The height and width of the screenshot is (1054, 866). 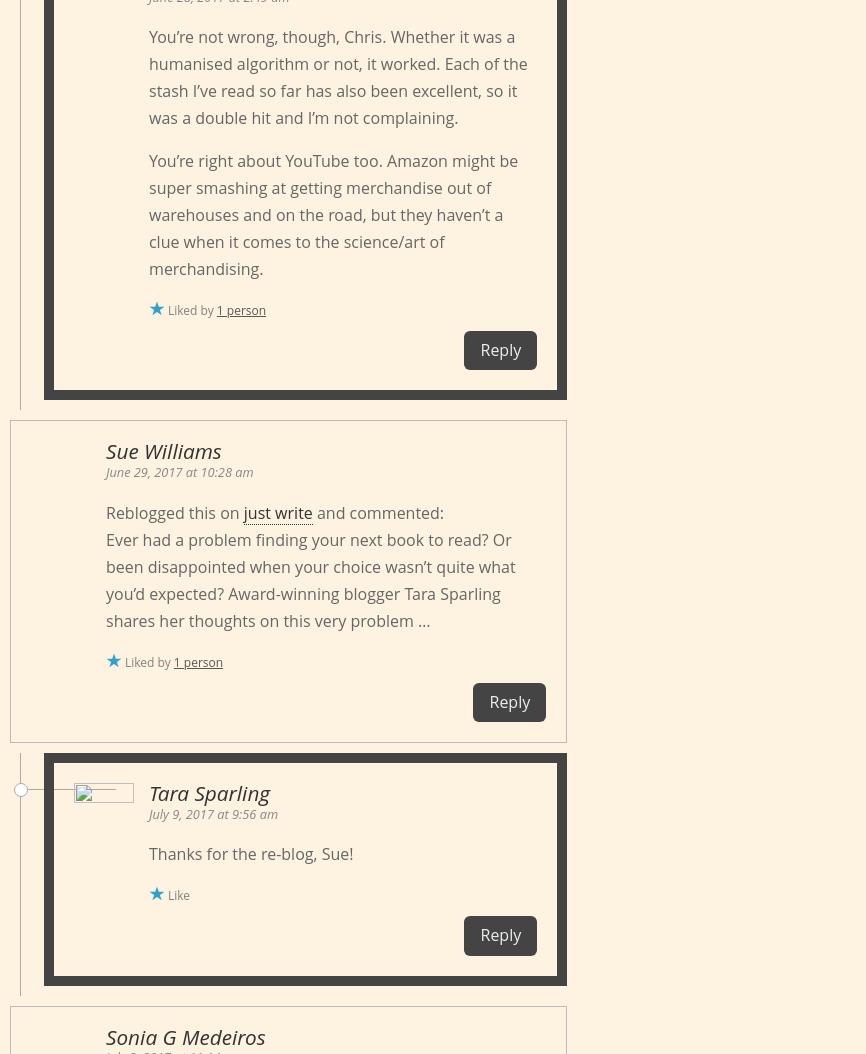 What do you see at coordinates (309, 579) in the screenshot?
I see `'Ever had a problem finding your next book to read?  Or been disappointed when your choice wasn’t quite what you’d expected?  Award-winning blogger Tara Sparling  shares her thoughts on this very problem …'` at bounding box center [309, 579].